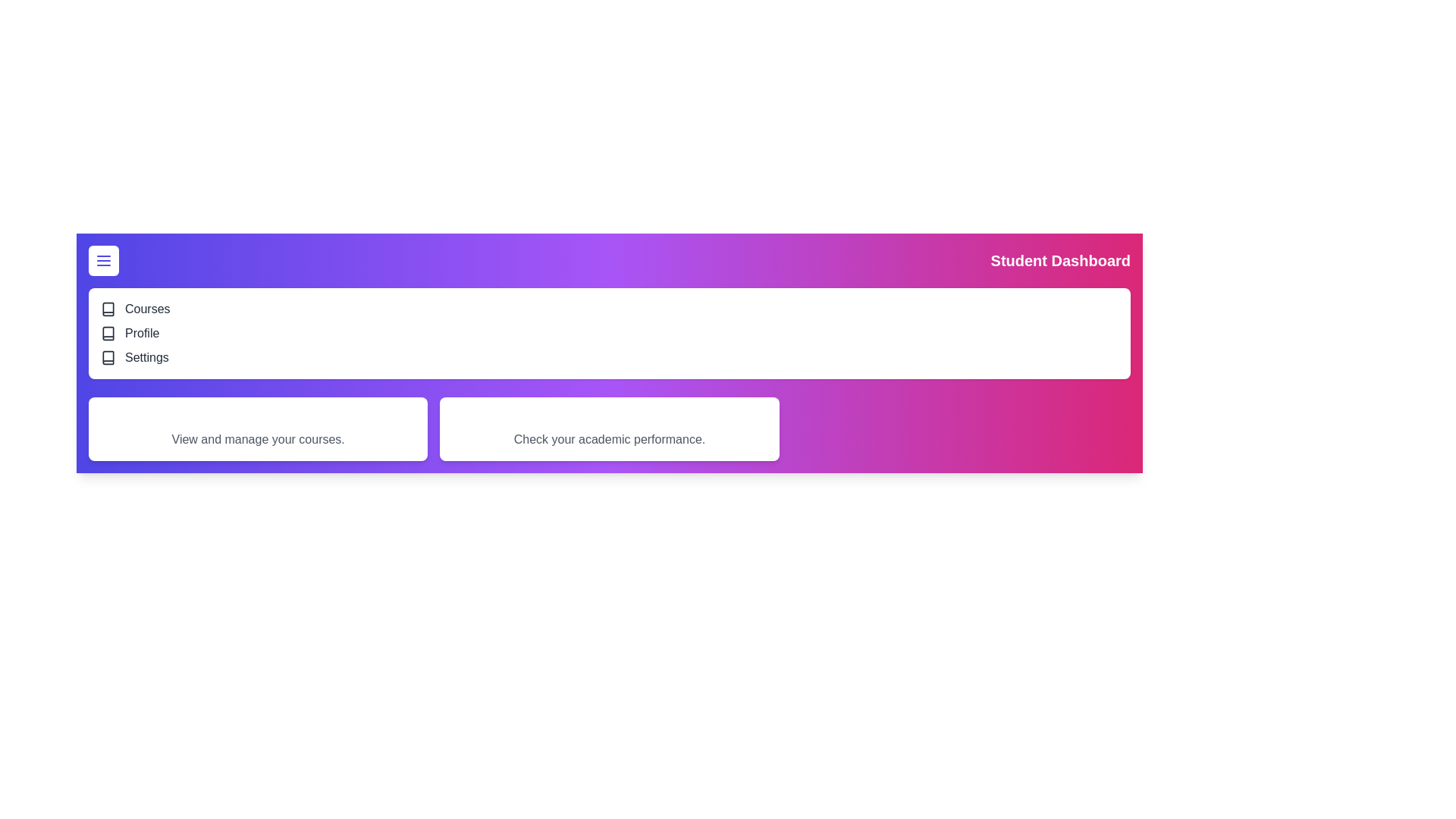  I want to click on the Courses card to interact with its content, so click(258, 429).